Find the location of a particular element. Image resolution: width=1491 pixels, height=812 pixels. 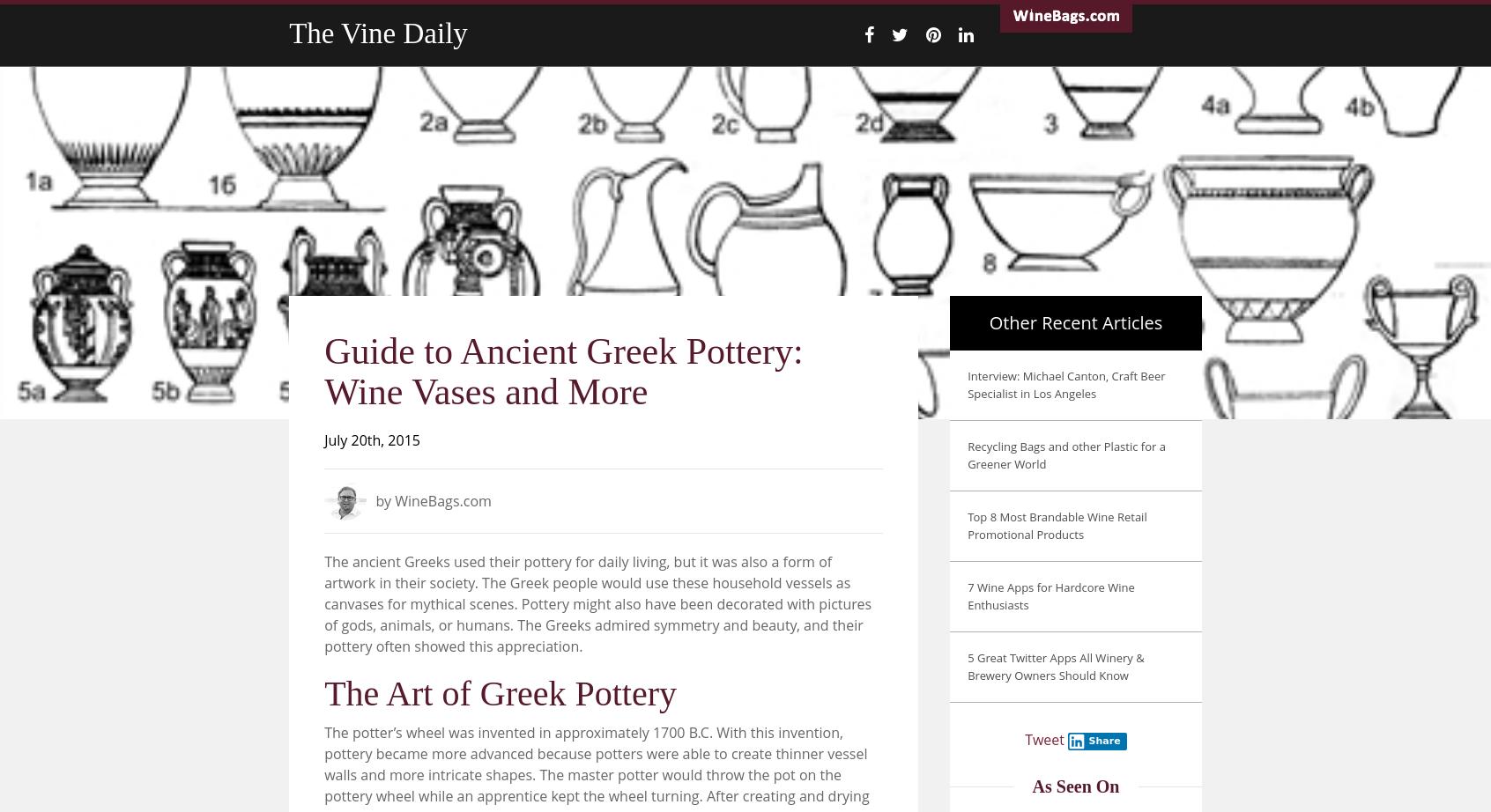

'The Vine Daily' is located at coordinates (288, 33).